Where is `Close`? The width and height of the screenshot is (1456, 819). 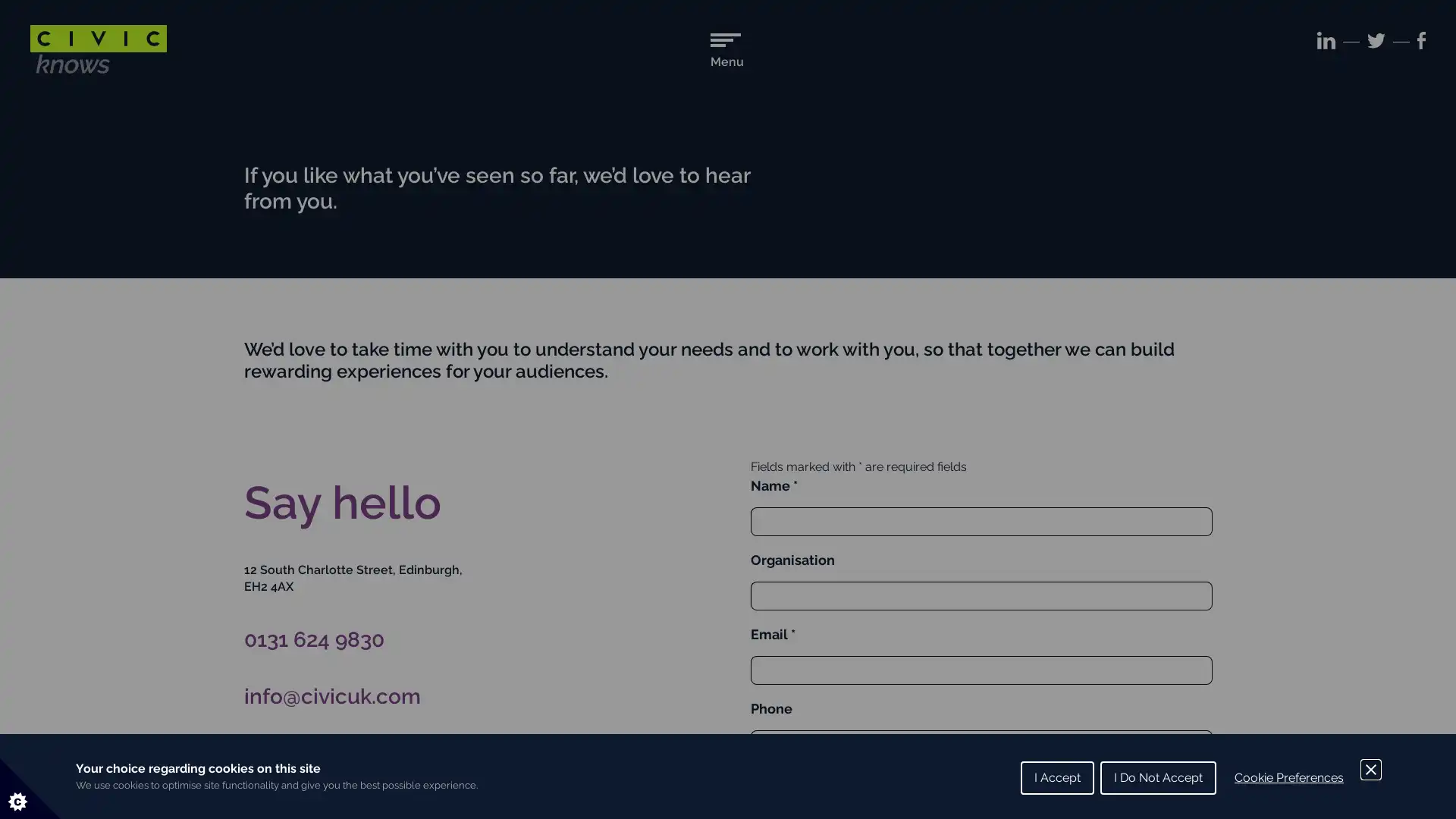
Close is located at coordinates (1371, 769).